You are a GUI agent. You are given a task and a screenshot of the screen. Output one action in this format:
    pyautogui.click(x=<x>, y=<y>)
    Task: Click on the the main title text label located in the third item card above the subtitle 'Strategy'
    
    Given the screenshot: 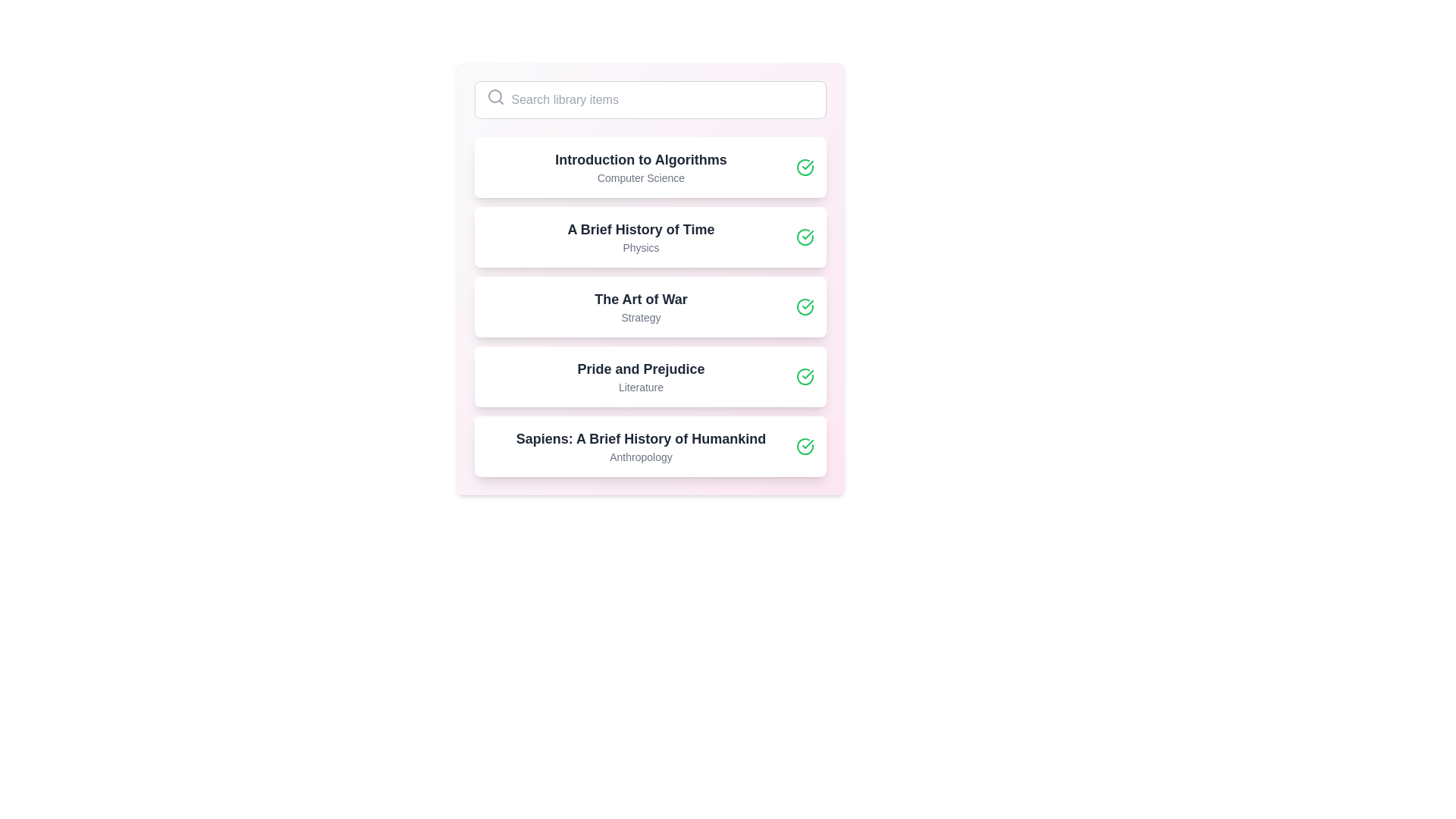 What is the action you would take?
    pyautogui.click(x=641, y=299)
    